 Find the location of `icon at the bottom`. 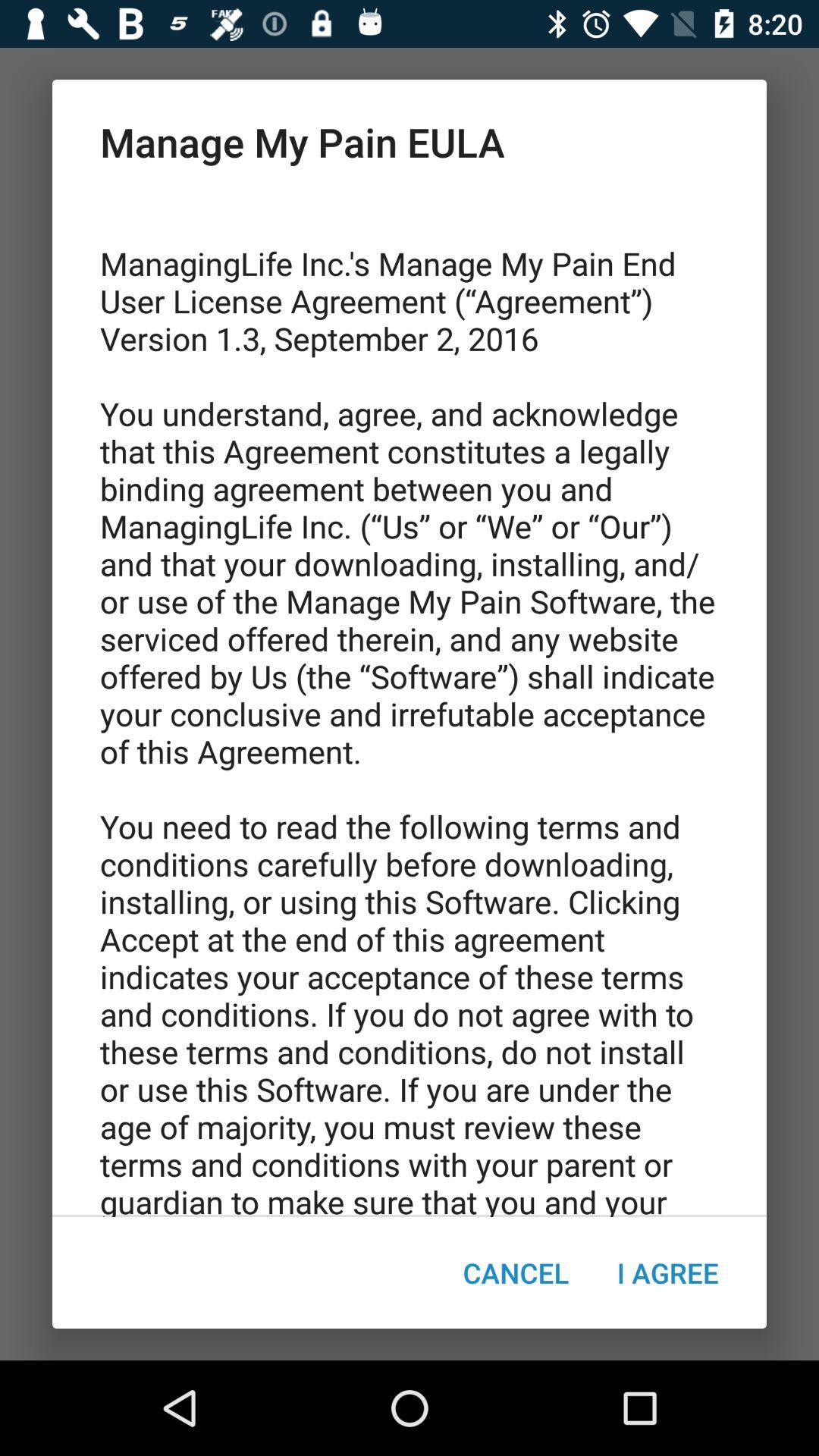

icon at the bottom is located at coordinates (515, 1272).